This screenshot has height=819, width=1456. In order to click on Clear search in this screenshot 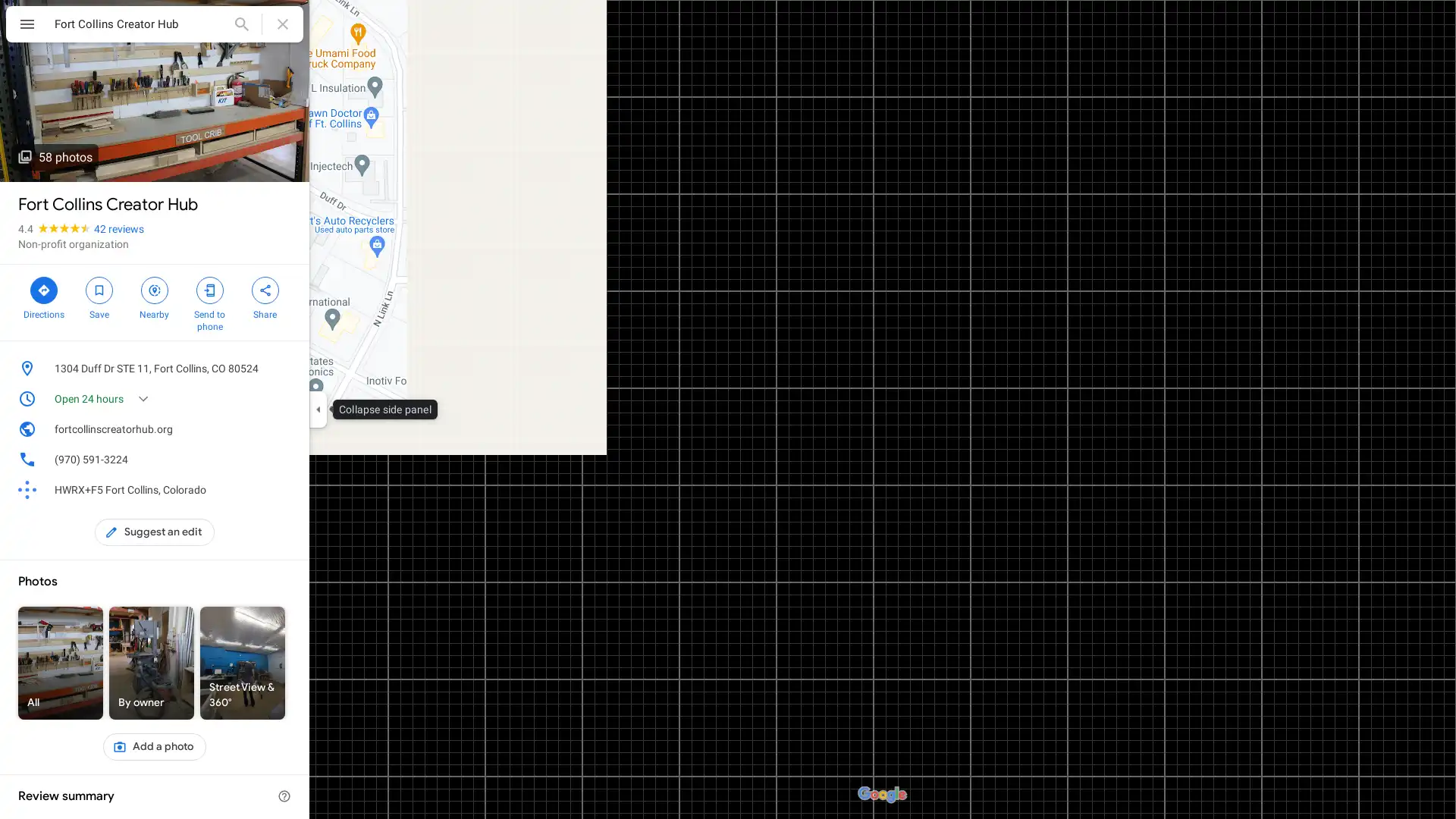, I will do `click(283, 24)`.